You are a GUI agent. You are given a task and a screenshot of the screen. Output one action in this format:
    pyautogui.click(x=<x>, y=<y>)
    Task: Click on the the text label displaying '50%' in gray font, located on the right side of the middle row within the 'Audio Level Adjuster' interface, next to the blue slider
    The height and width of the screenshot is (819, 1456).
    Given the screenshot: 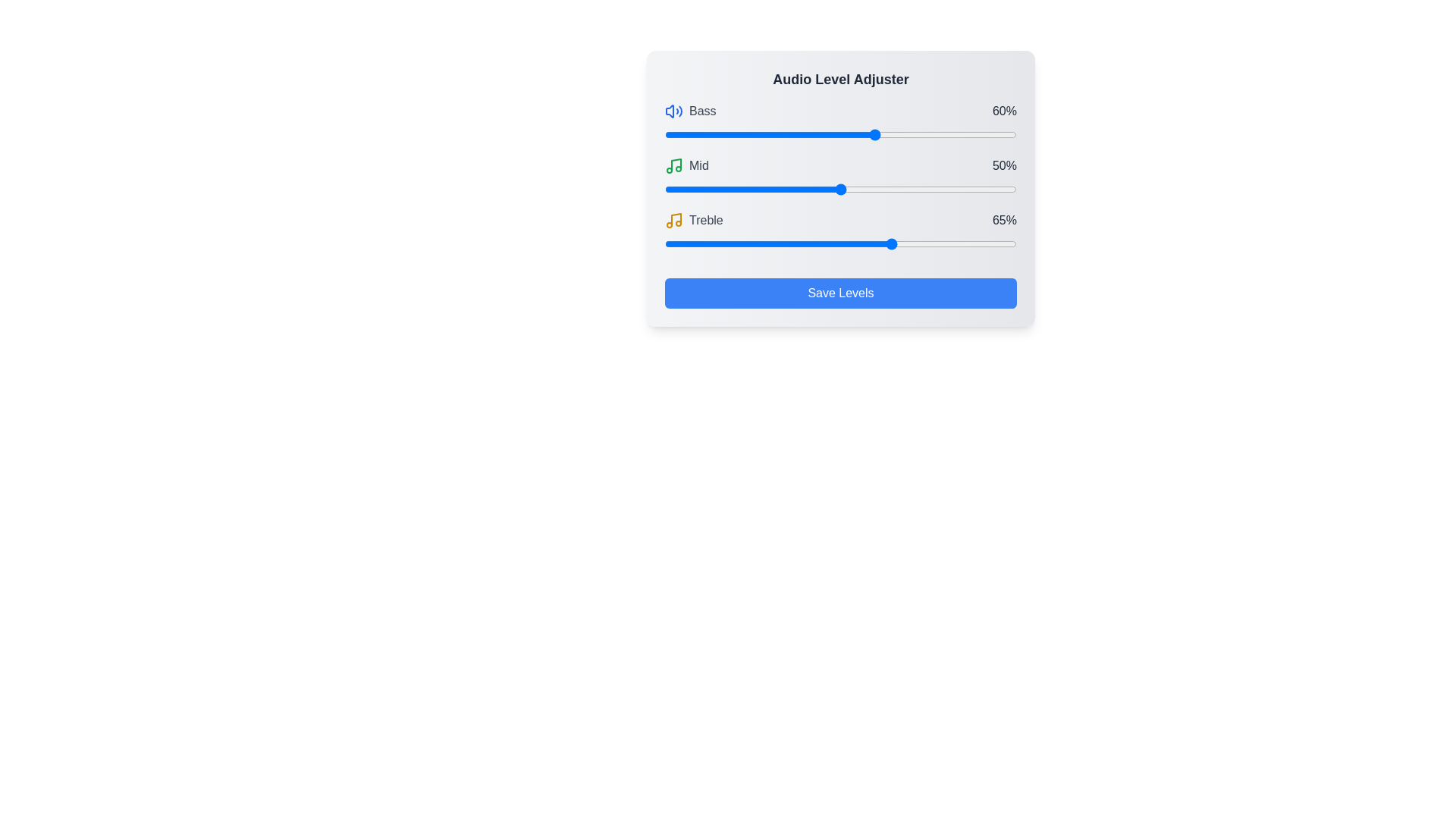 What is the action you would take?
    pyautogui.click(x=1004, y=166)
    